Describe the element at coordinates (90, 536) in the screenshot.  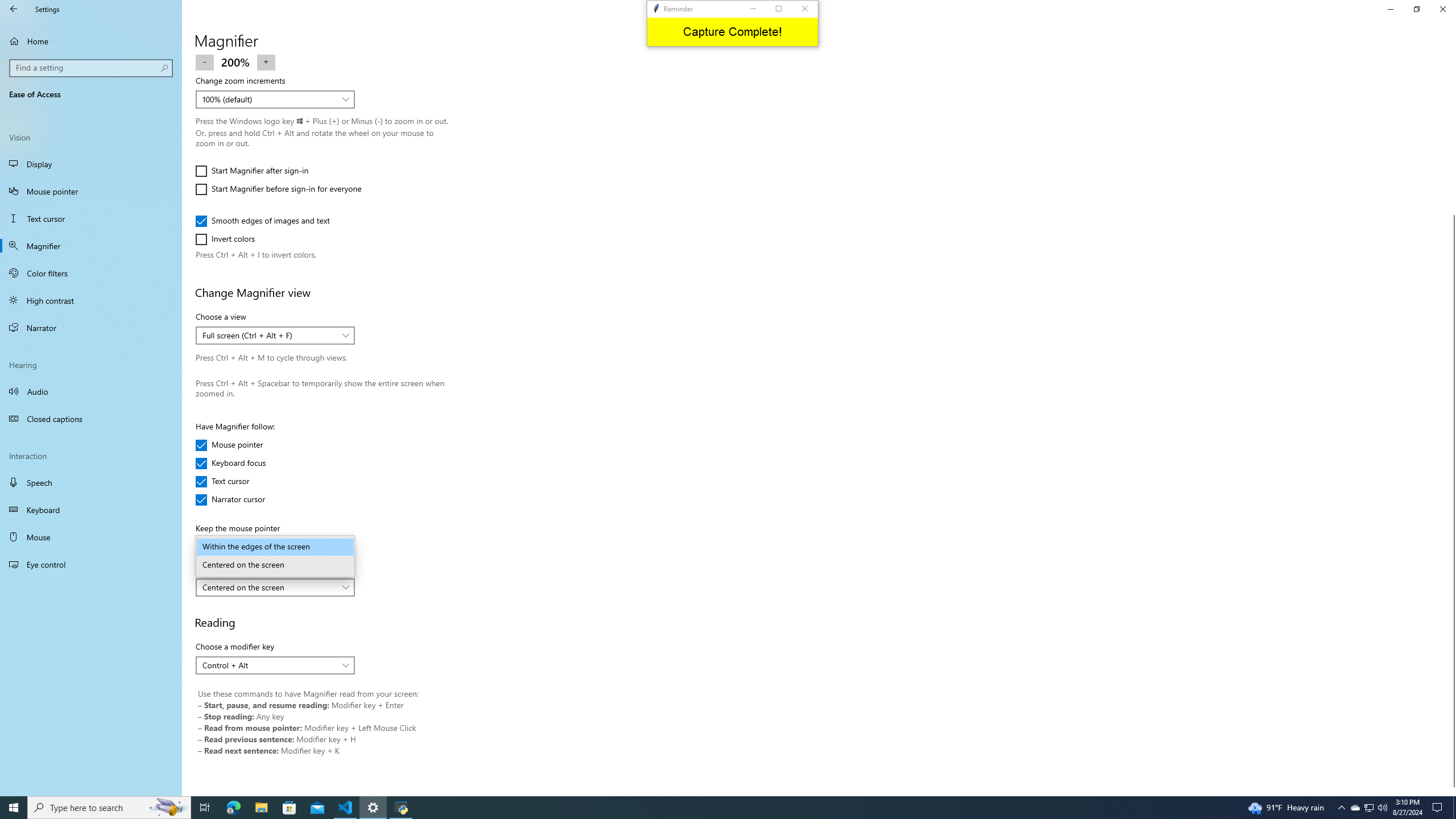
I see `'Mouse'` at that location.